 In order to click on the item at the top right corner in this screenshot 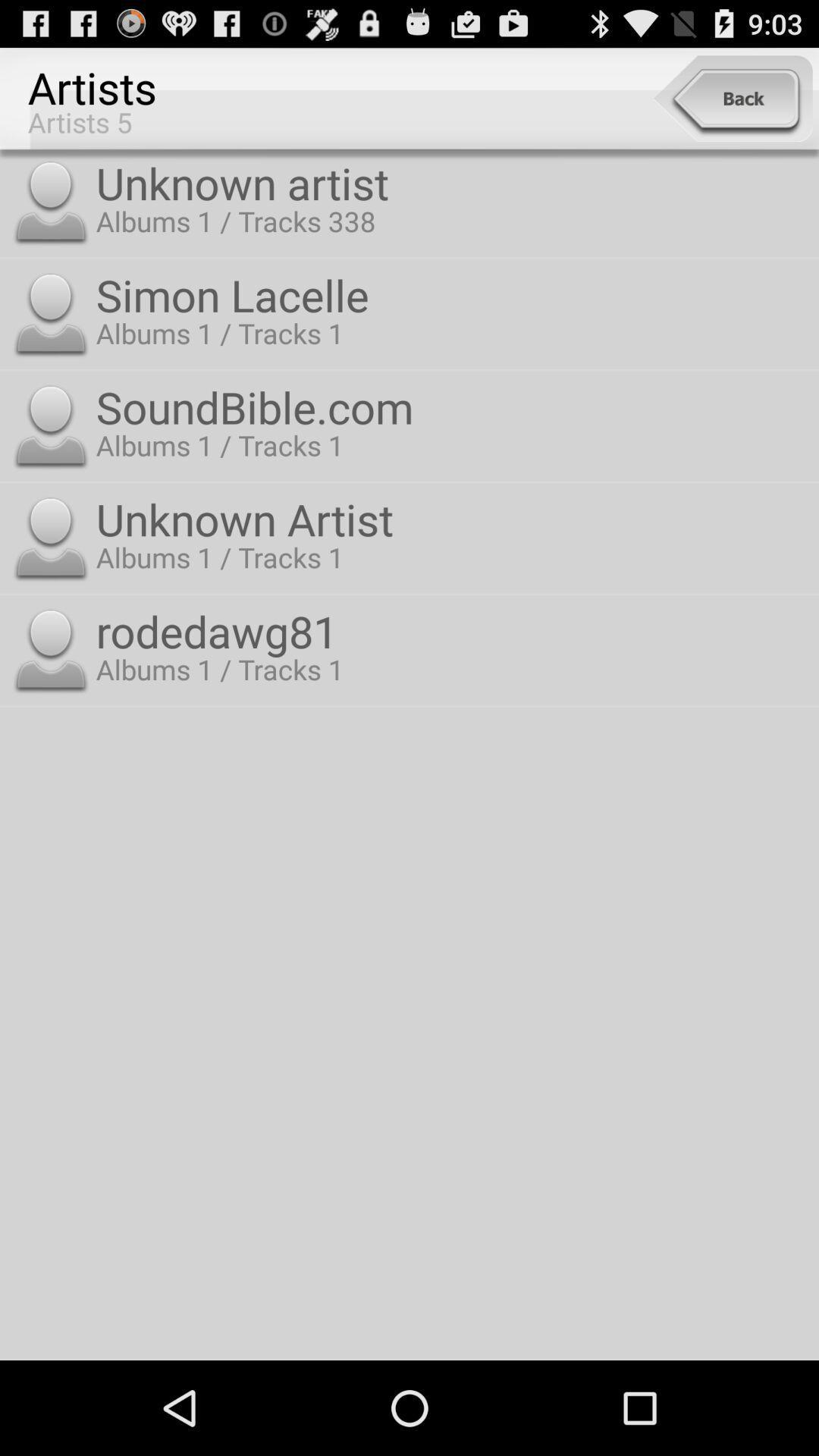, I will do `click(732, 98)`.